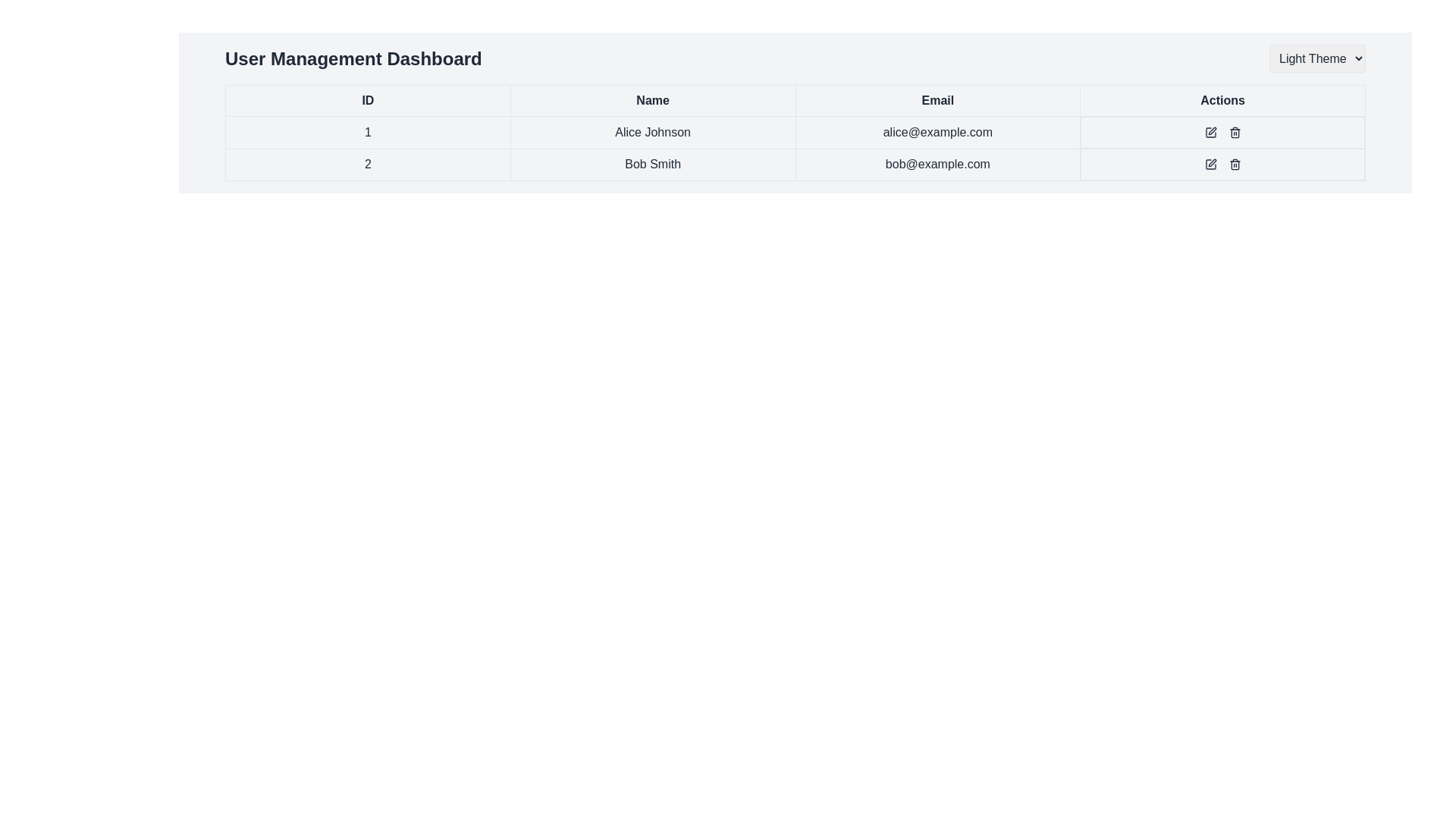  What do you see at coordinates (1235, 131) in the screenshot?
I see `the trash can icon button located in the second row of the 'Actions' column on the 'User Management Dashboard' interface to possibly see a tooltip` at bounding box center [1235, 131].